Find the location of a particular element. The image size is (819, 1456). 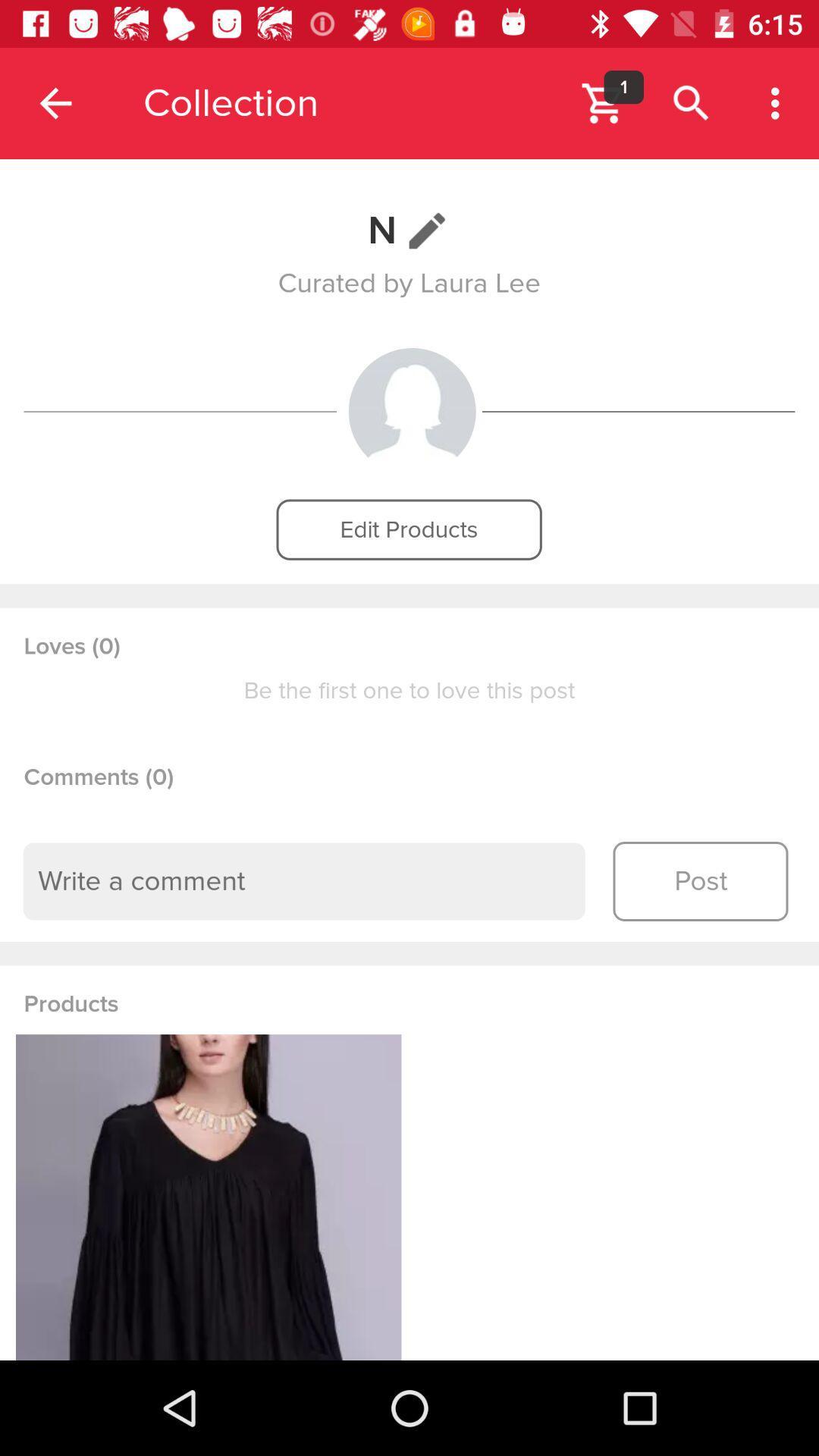

open cart is located at coordinates (603, 102).